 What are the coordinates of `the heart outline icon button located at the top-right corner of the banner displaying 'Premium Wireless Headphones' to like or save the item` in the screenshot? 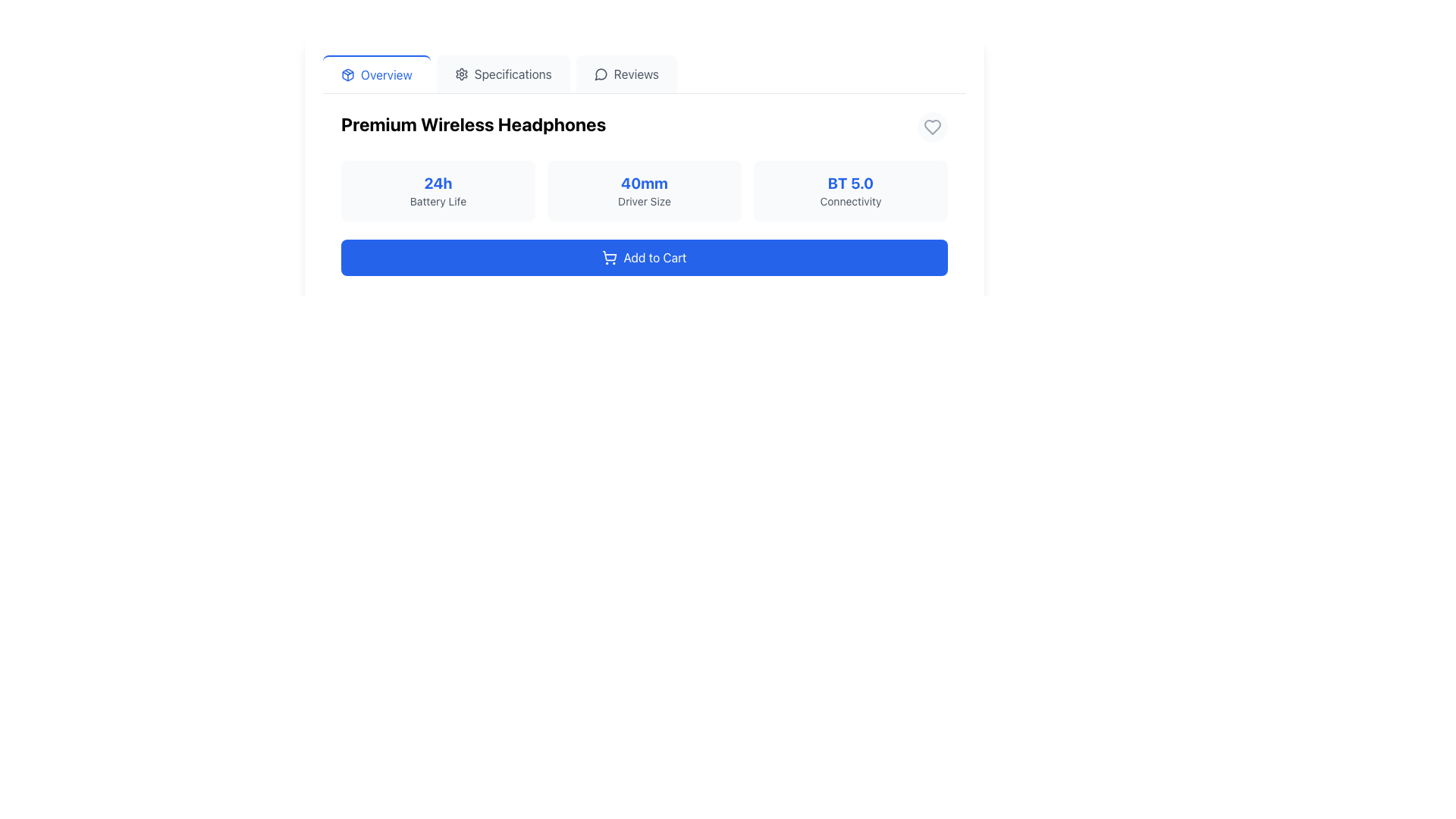 It's located at (931, 127).